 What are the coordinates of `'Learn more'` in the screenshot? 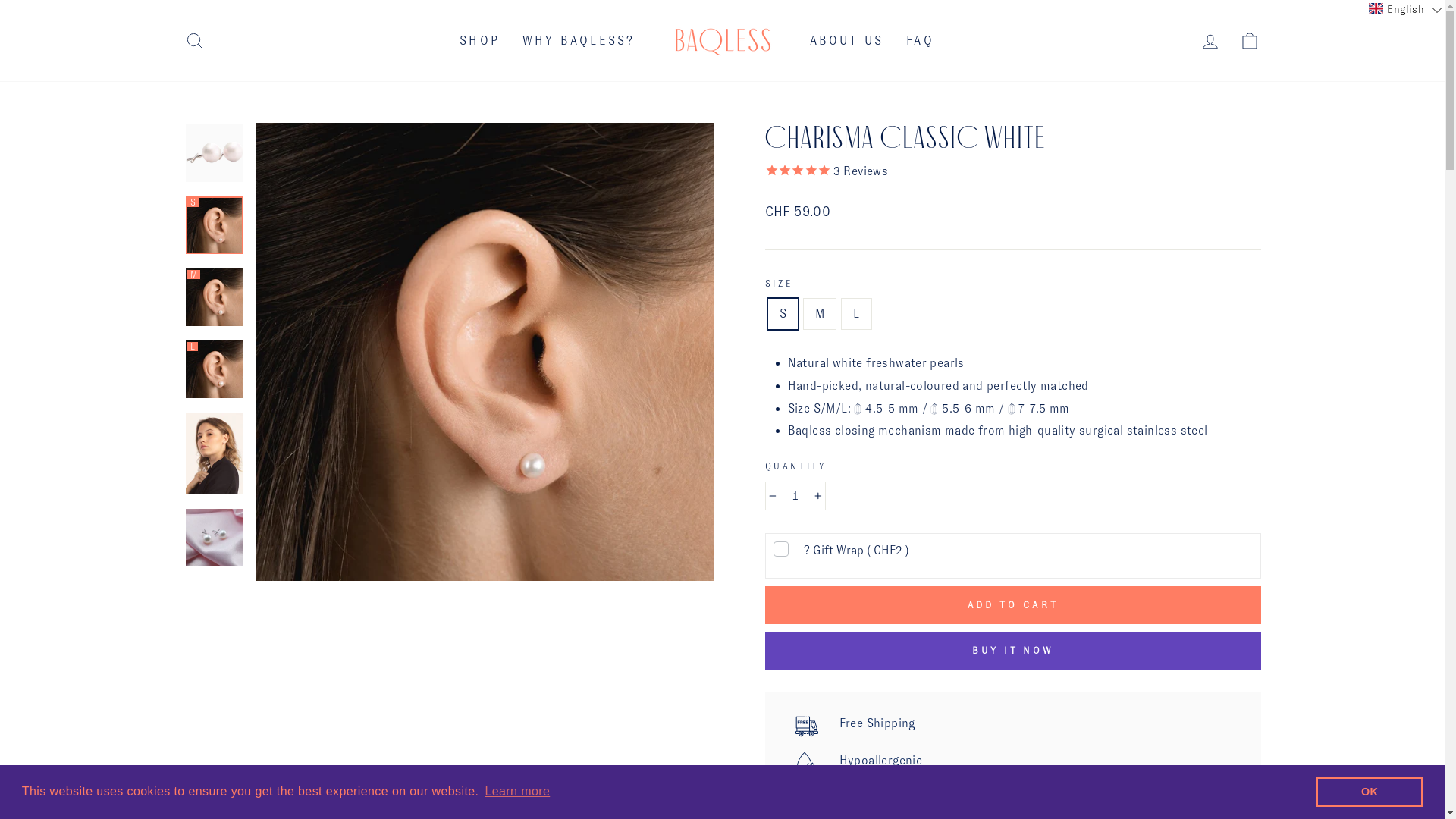 It's located at (516, 791).